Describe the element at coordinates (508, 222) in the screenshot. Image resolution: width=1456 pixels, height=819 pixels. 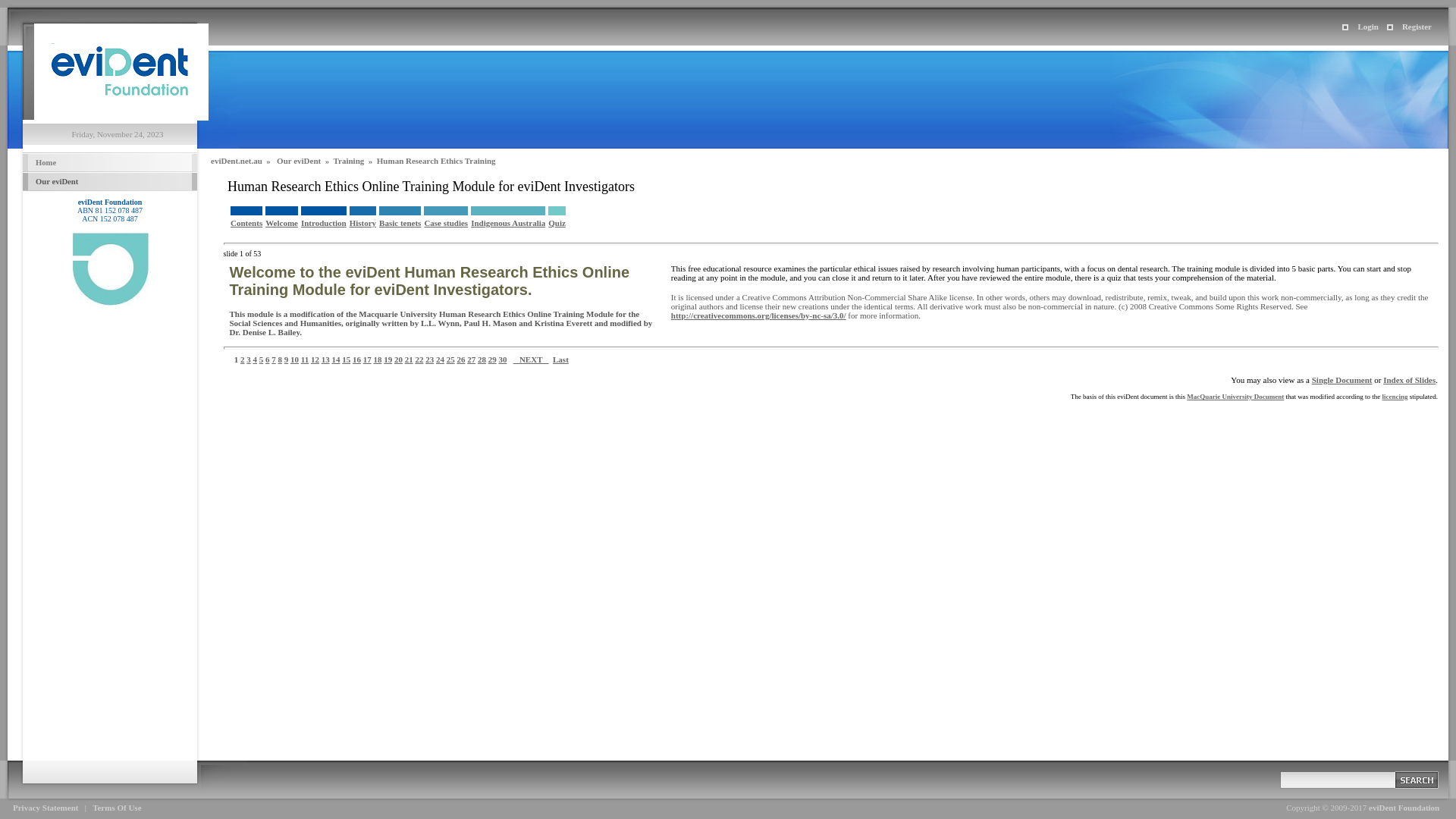
I see `'Indigenous Australia'` at that location.